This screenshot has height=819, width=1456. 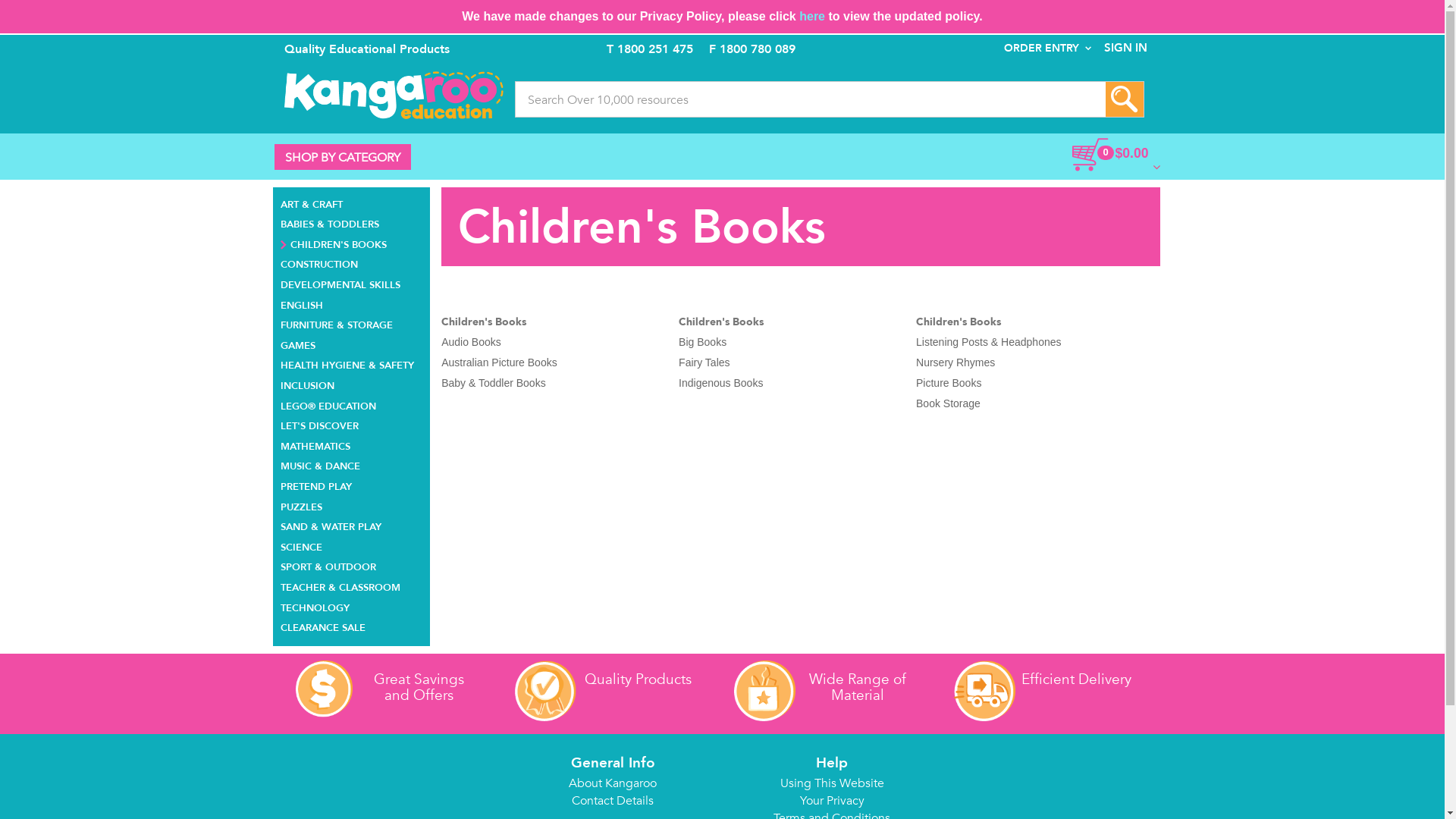 I want to click on 'DEVELOPMENTAL SKILLS', so click(x=340, y=283).